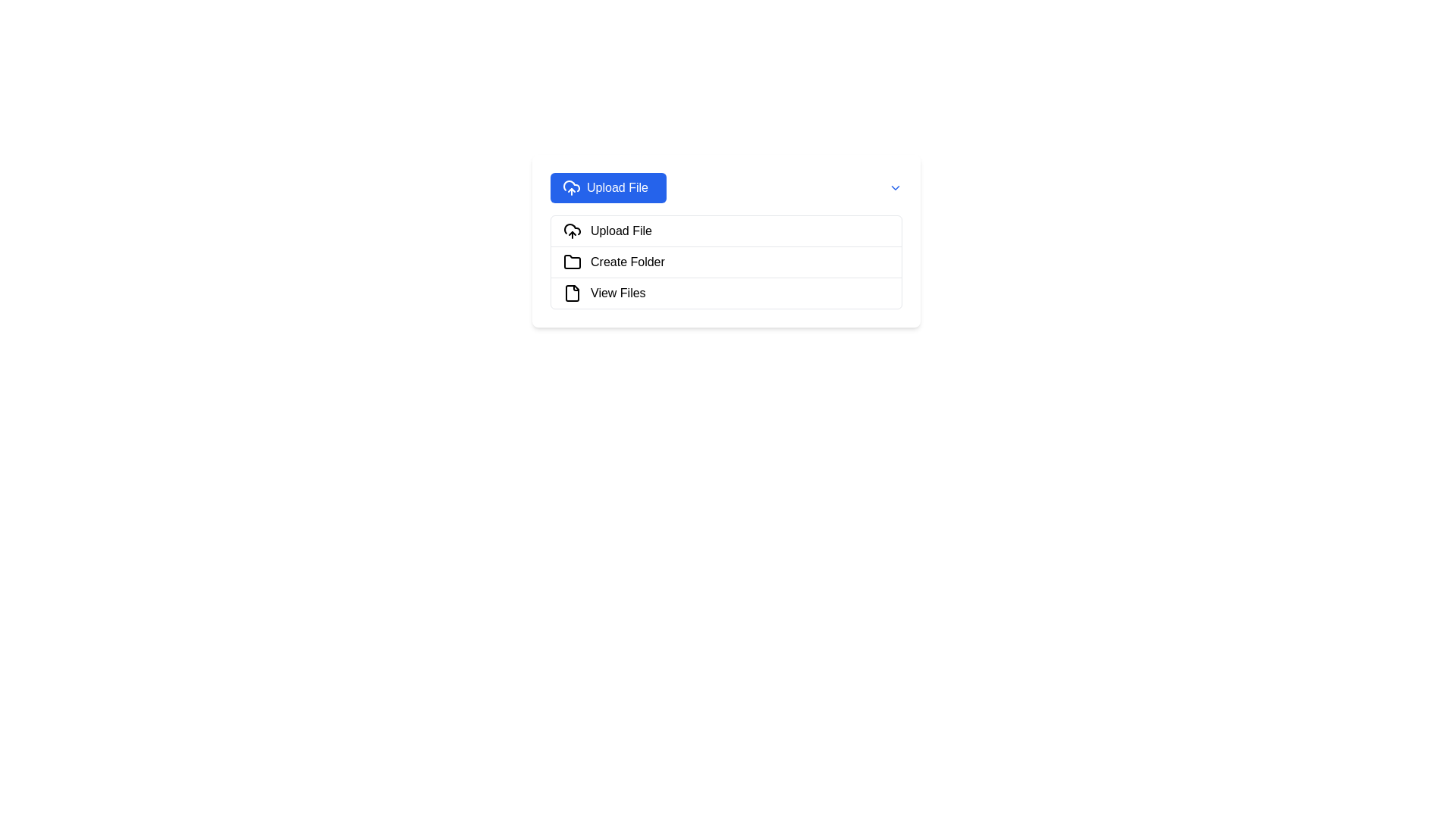 The width and height of the screenshot is (1456, 819). Describe the element at coordinates (726, 262) in the screenshot. I see `the 'Create Folder' button, which is the second option in a dropdown menu` at that location.